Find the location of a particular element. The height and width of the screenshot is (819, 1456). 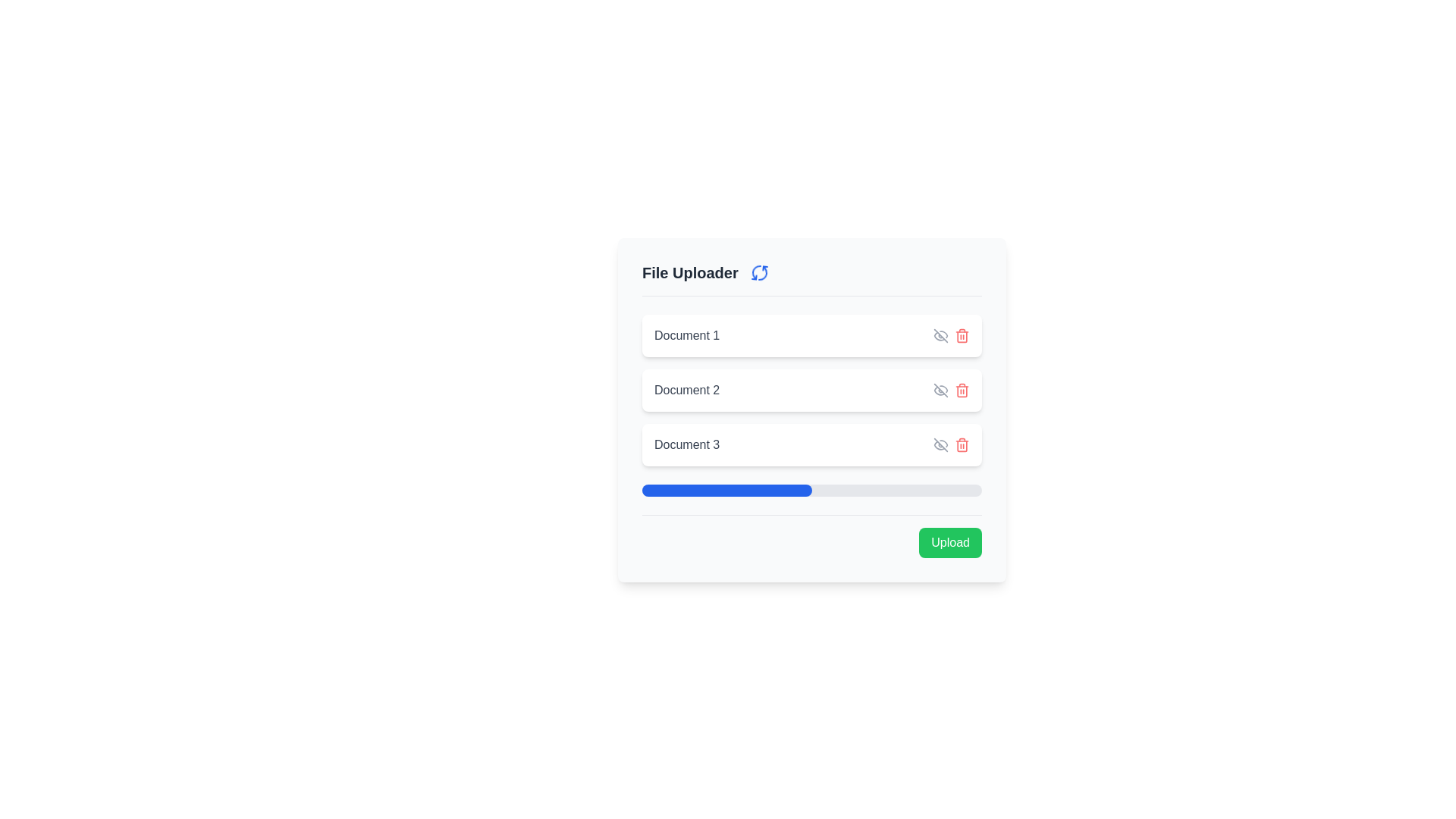

the eye-off icon button that represents the 'hide' functionality, located next to 'Document 1' and adjacent to the trash icon, to observe its hover state is located at coordinates (940, 390).